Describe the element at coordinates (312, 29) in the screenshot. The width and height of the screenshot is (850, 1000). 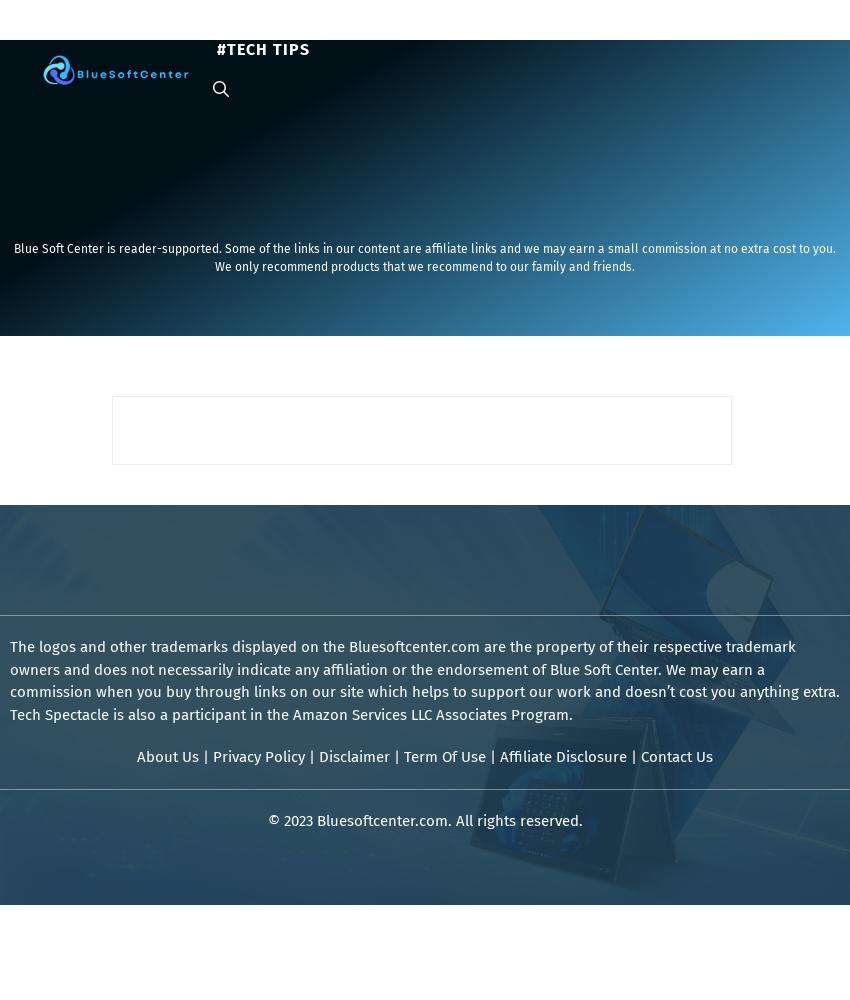
I see `'Laptops'` at that location.